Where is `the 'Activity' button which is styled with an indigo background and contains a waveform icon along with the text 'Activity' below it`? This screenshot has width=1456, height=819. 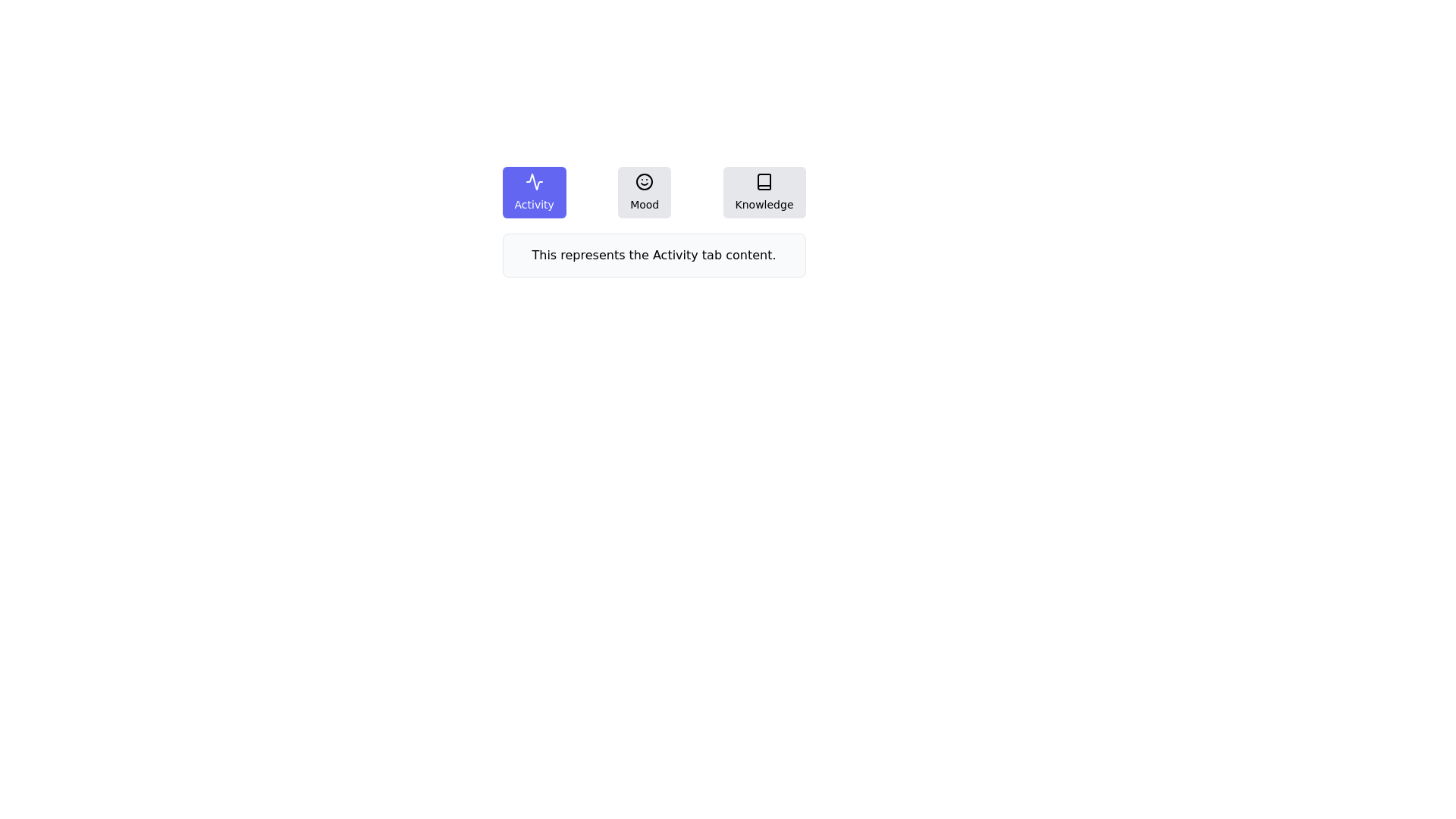 the 'Activity' button which is styled with an indigo background and contains a waveform icon along with the text 'Activity' below it is located at coordinates (534, 192).